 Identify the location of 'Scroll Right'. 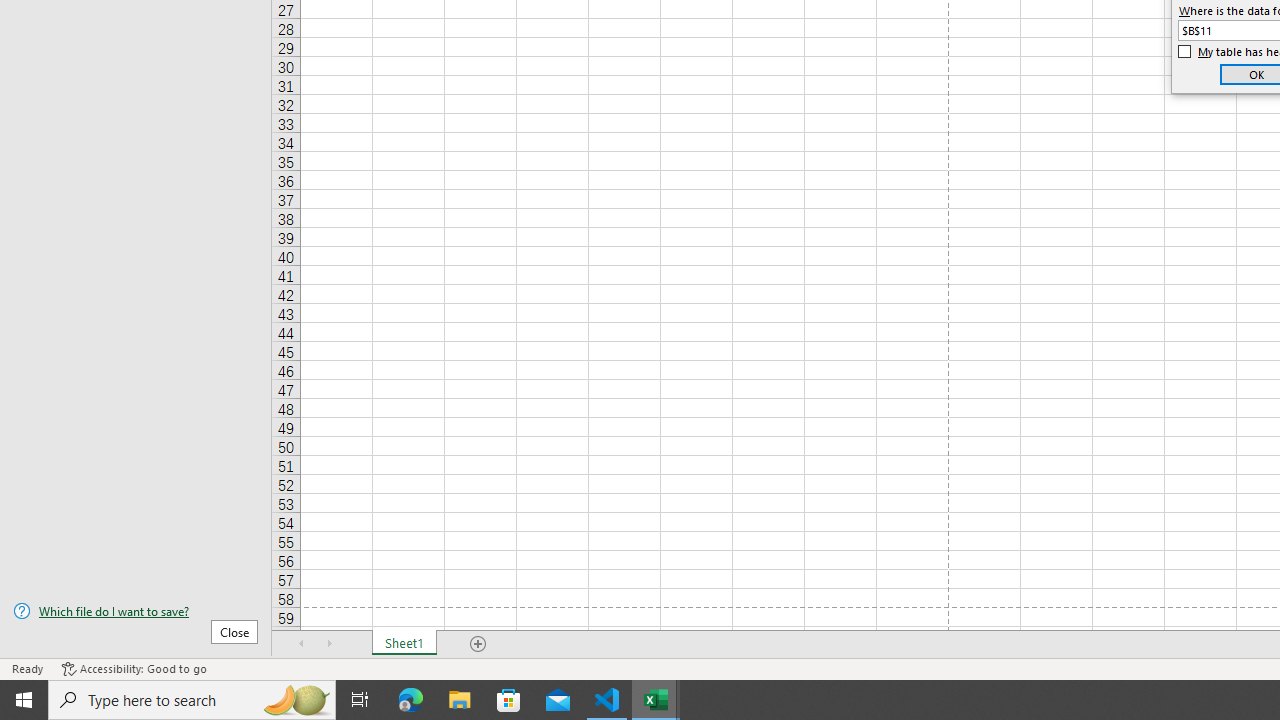
(330, 644).